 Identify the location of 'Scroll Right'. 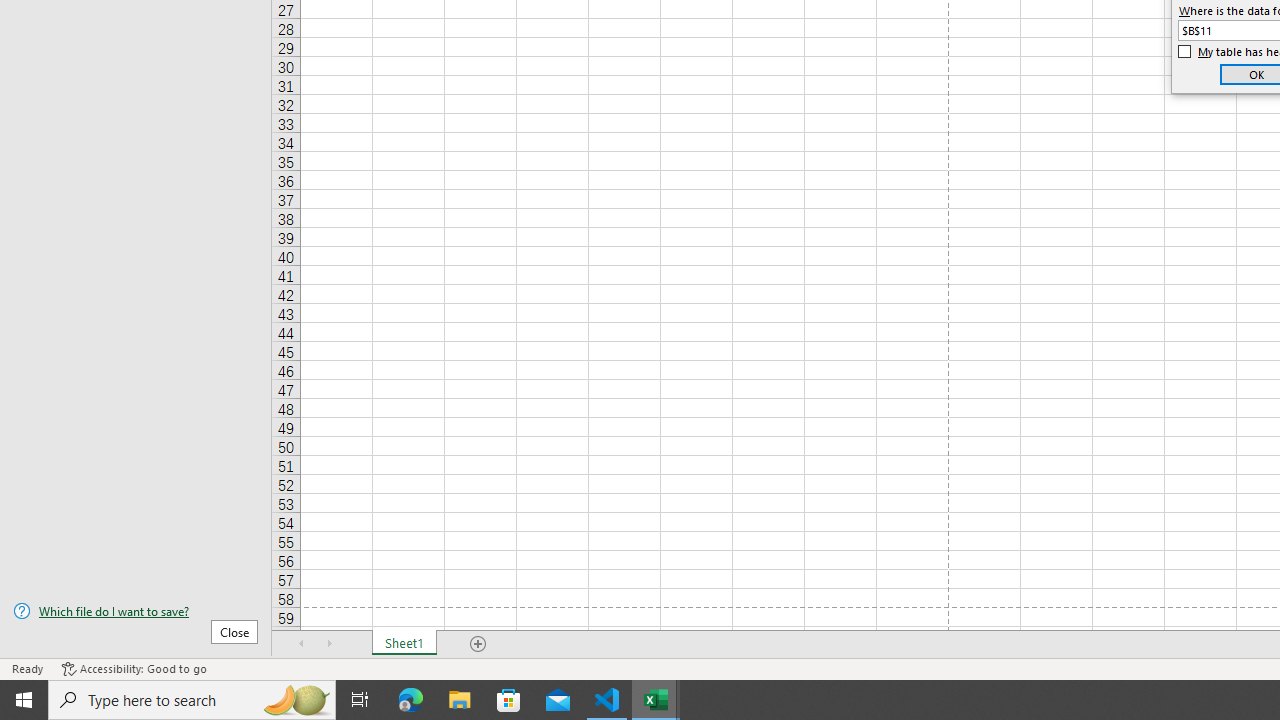
(330, 644).